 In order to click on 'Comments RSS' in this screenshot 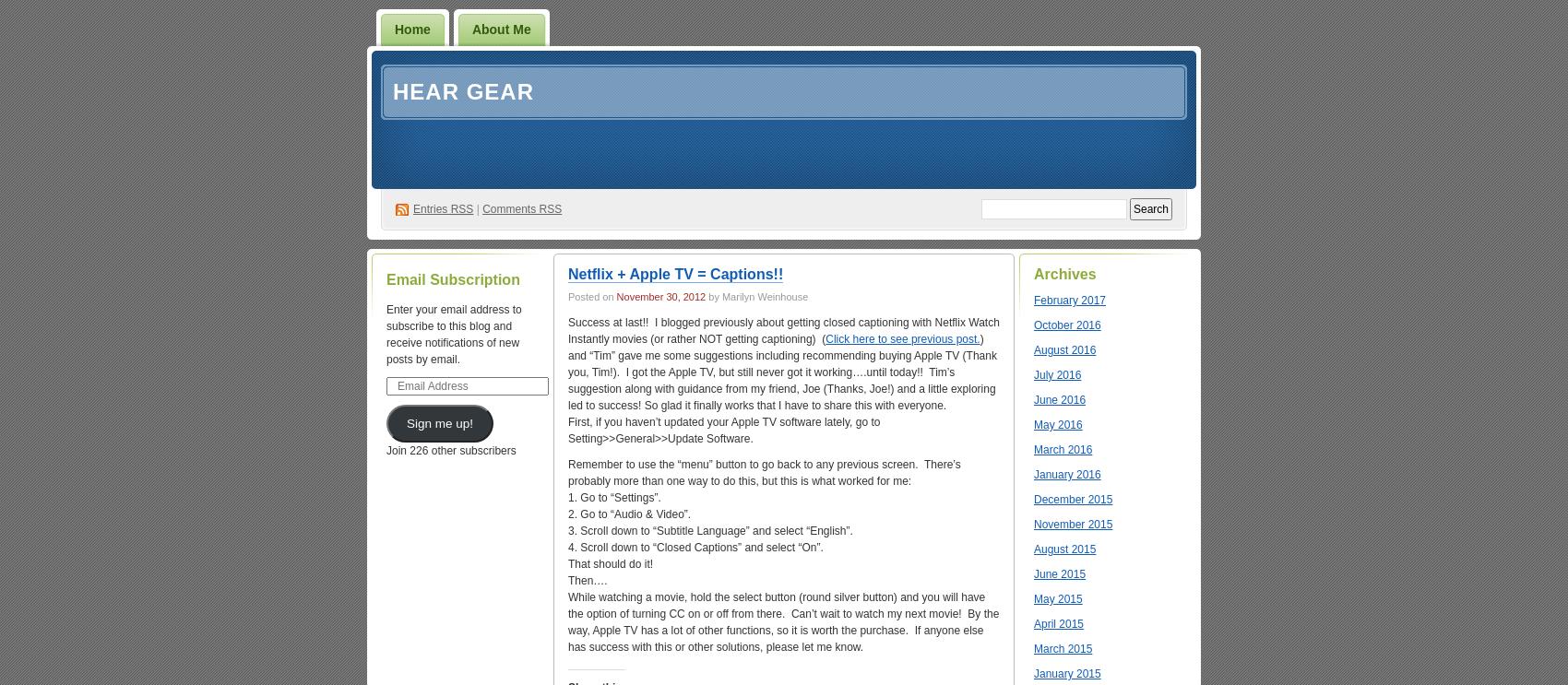, I will do `click(520, 207)`.